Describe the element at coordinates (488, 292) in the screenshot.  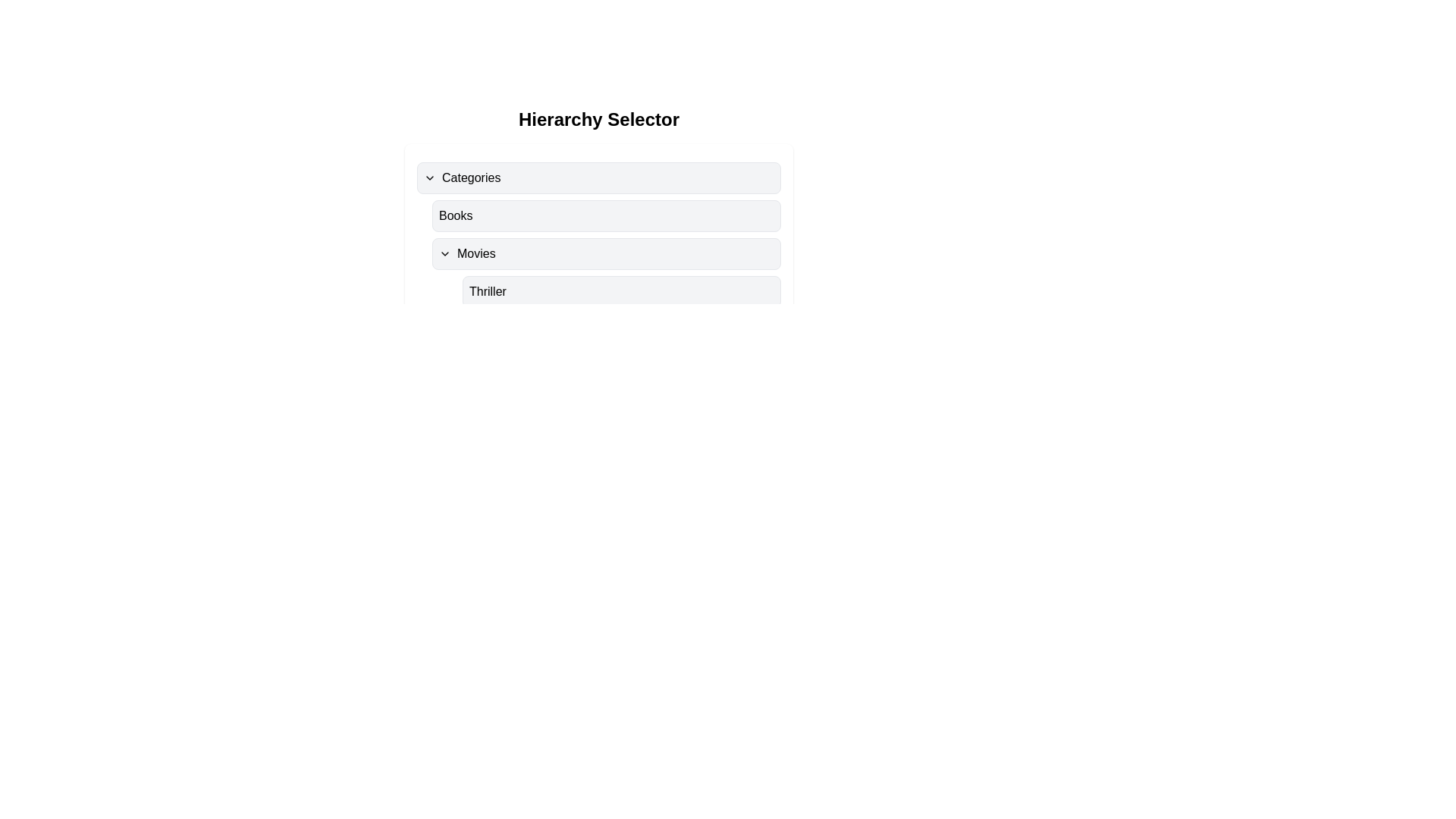
I see `the text label displaying 'Thriller', which is styled in bold font and located under the 'Movies' category in the hierarchical interface` at that location.